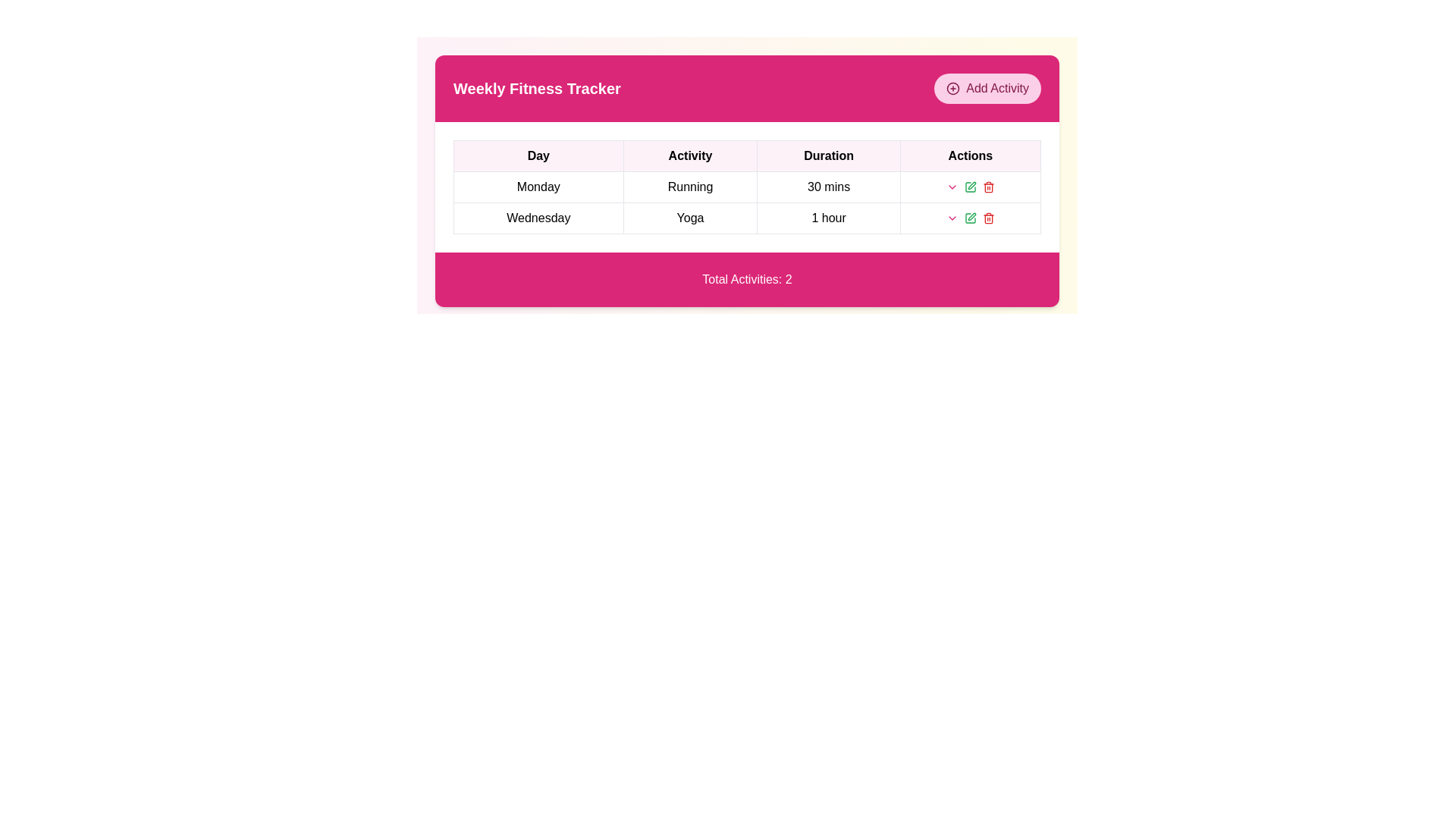  Describe the element at coordinates (952, 88) in the screenshot. I see `the circular graphical component of the SVG icon located at the top right corner of the interface, adjacent to the 'Add Activity' button` at that location.